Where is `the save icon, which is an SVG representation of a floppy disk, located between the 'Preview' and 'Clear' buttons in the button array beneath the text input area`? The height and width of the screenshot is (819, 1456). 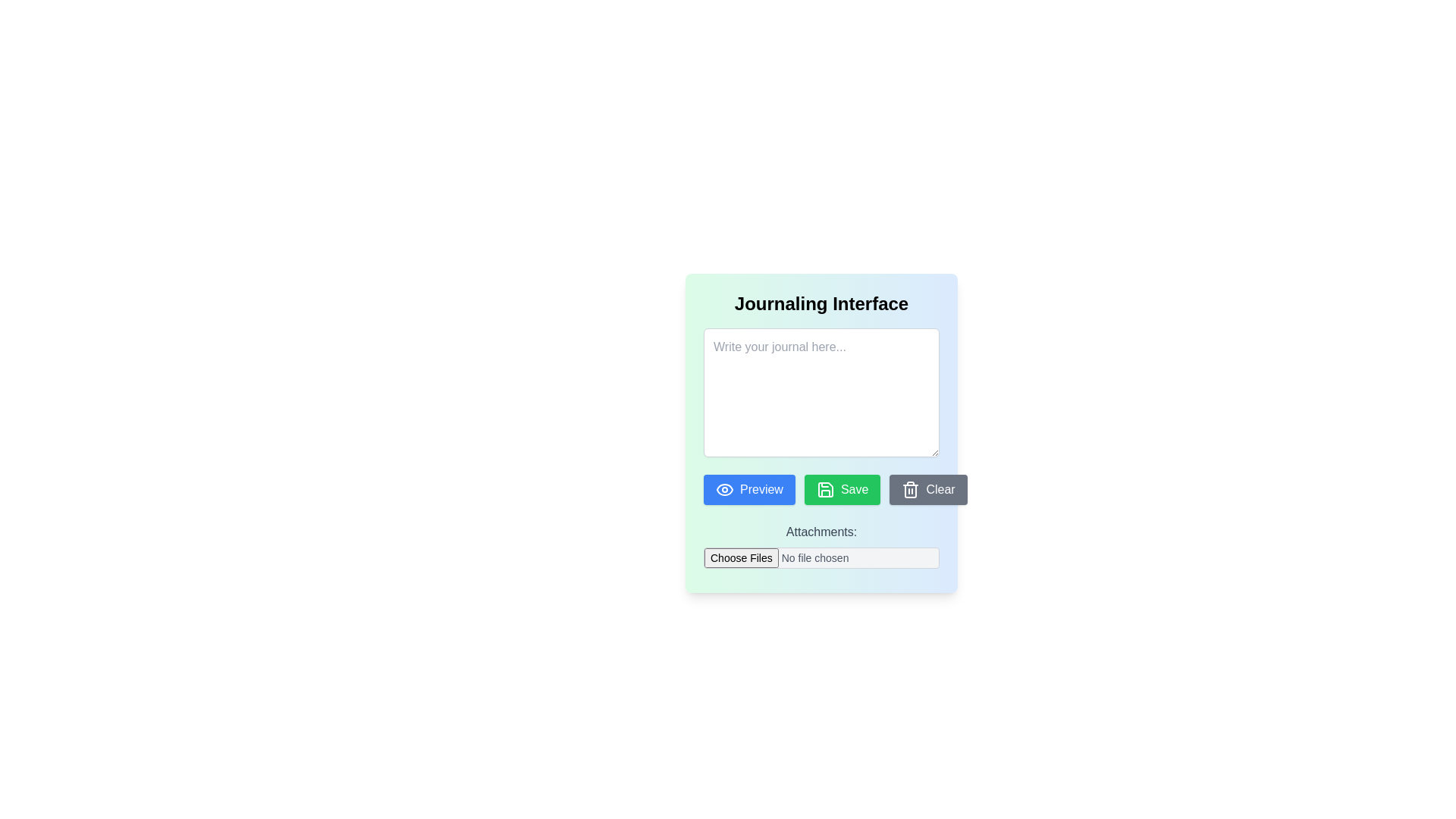
the save icon, which is an SVG representation of a floppy disk, located between the 'Preview' and 'Clear' buttons in the button array beneath the text input area is located at coordinates (824, 489).